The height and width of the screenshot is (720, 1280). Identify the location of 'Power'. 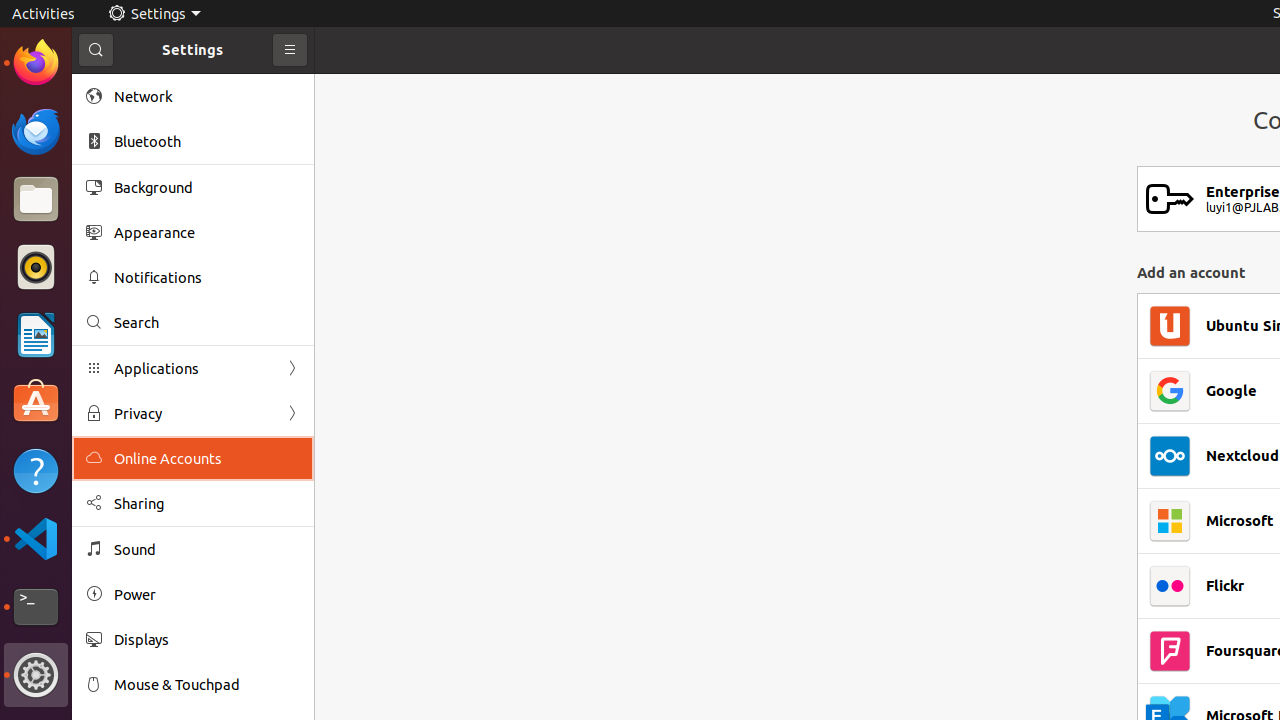
(206, 593).